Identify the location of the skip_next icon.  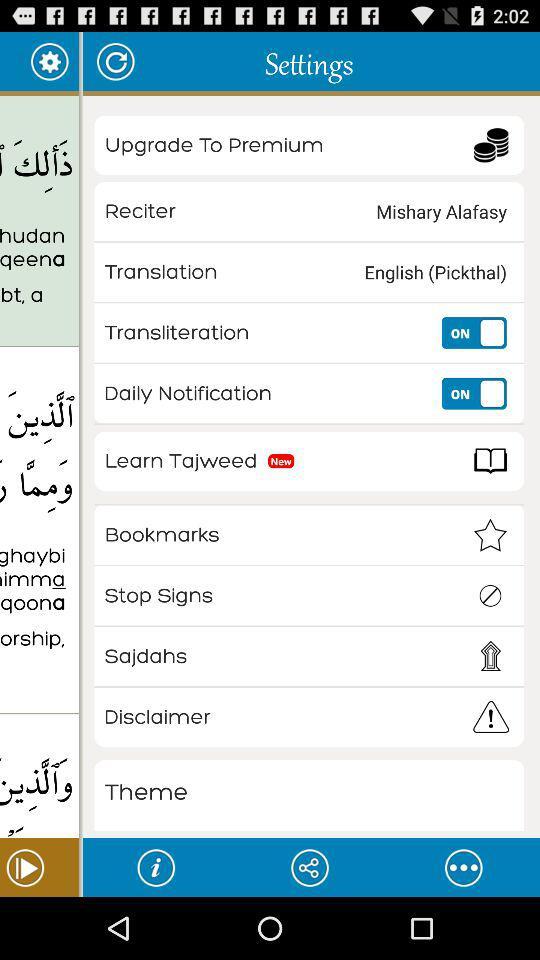
(39, 928).